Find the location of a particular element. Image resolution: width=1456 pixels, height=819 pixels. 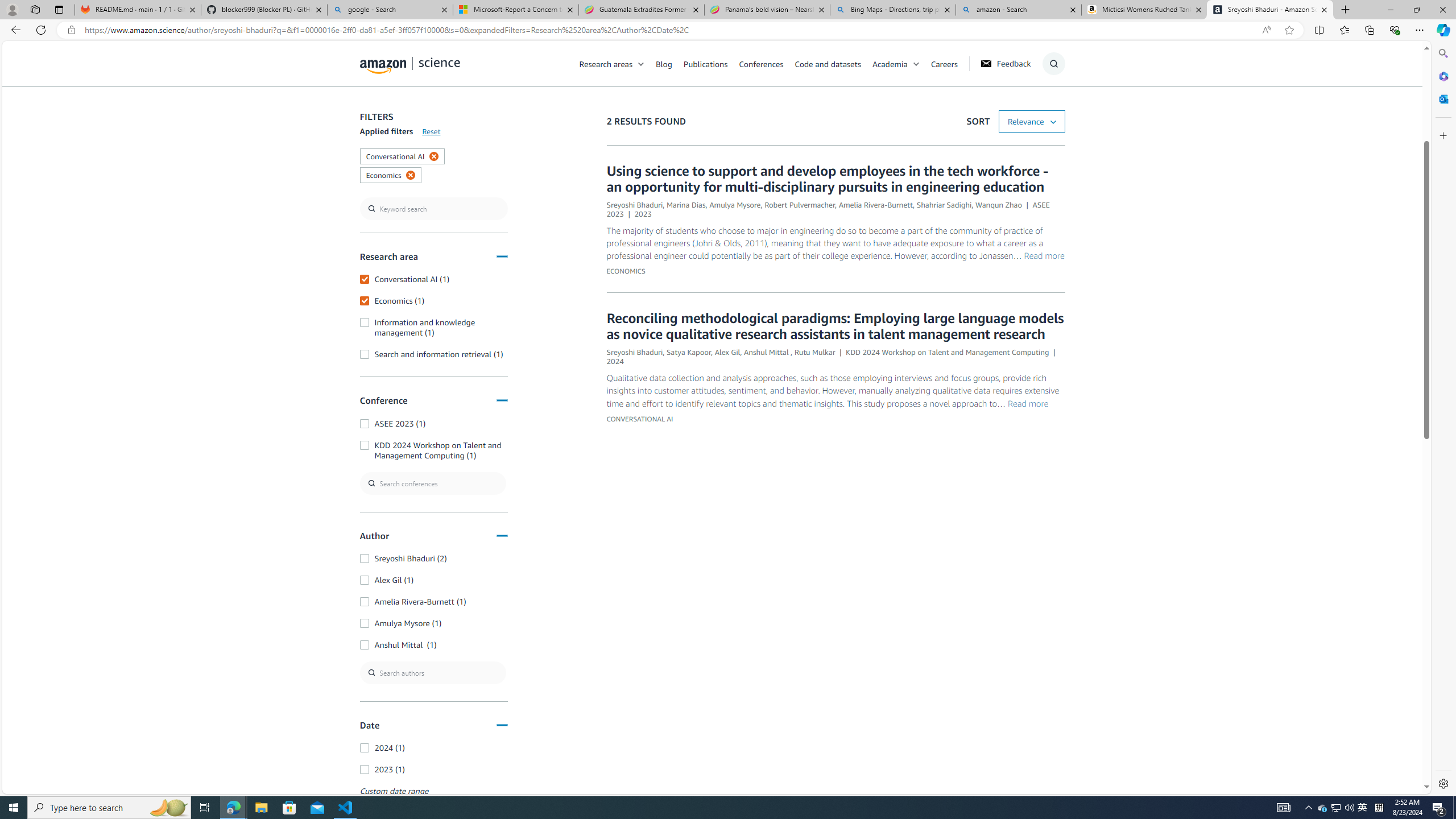

'Robert Pulvermacher' is located at coordinates (800, 205).